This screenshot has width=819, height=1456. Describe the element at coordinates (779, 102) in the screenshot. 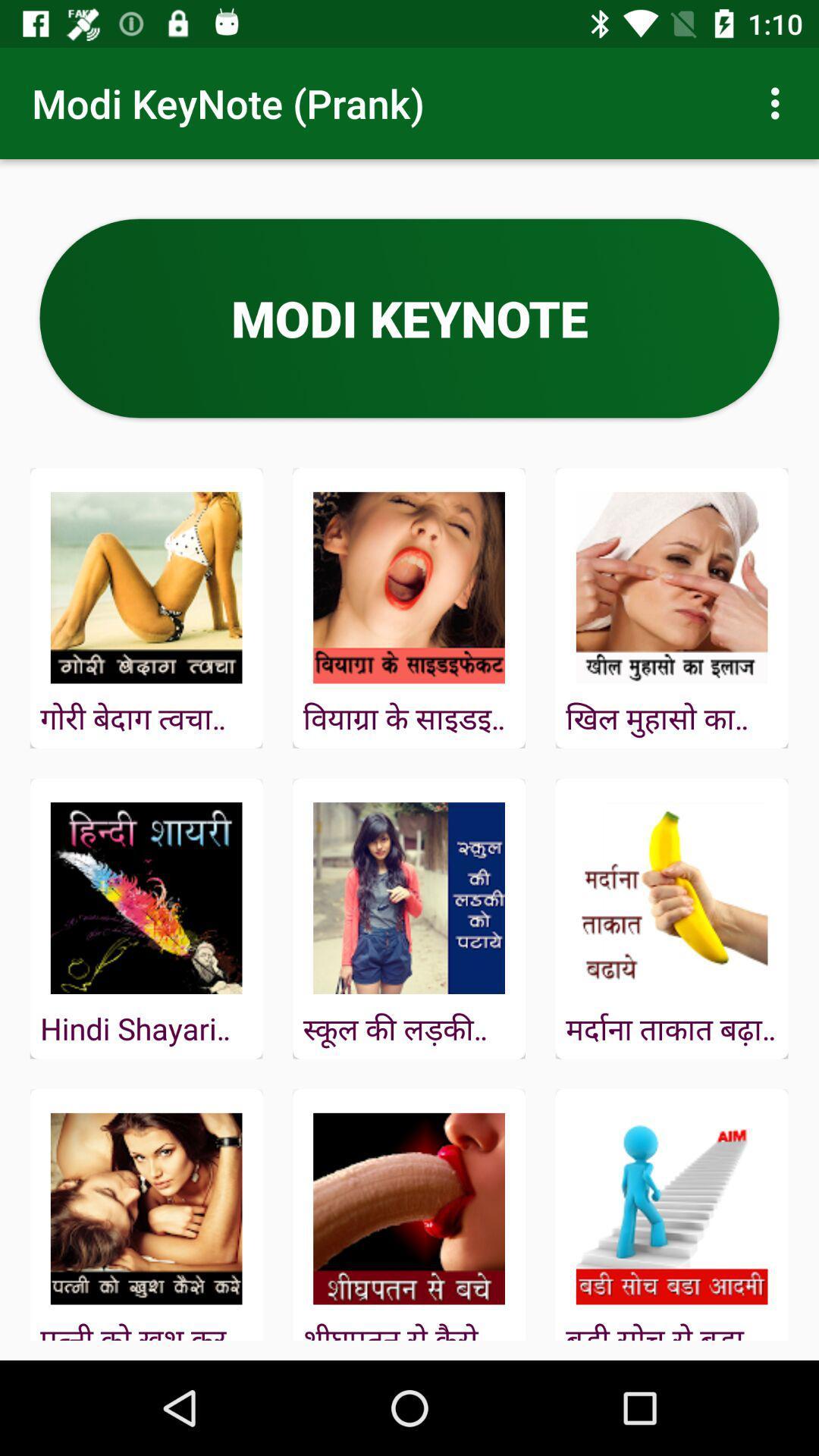

I see `the item above the modi keynote item` at that location.